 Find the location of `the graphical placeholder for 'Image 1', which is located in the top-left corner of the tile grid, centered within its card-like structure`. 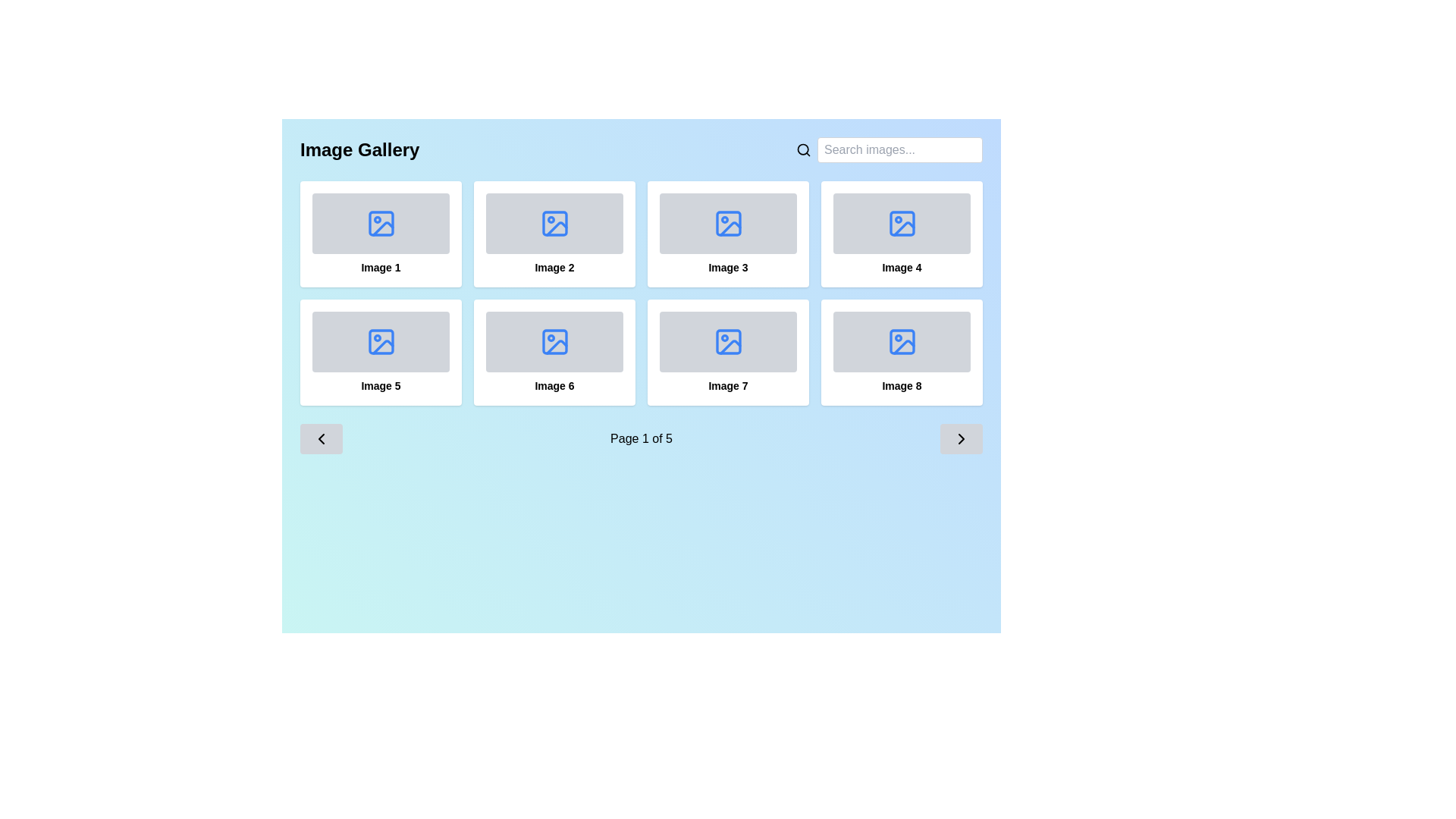

the graphical placeholder for 'Image 1', which is located in the top-left corner of the tile grid, centered within its card-like structure is located at coordinates (381, 223).